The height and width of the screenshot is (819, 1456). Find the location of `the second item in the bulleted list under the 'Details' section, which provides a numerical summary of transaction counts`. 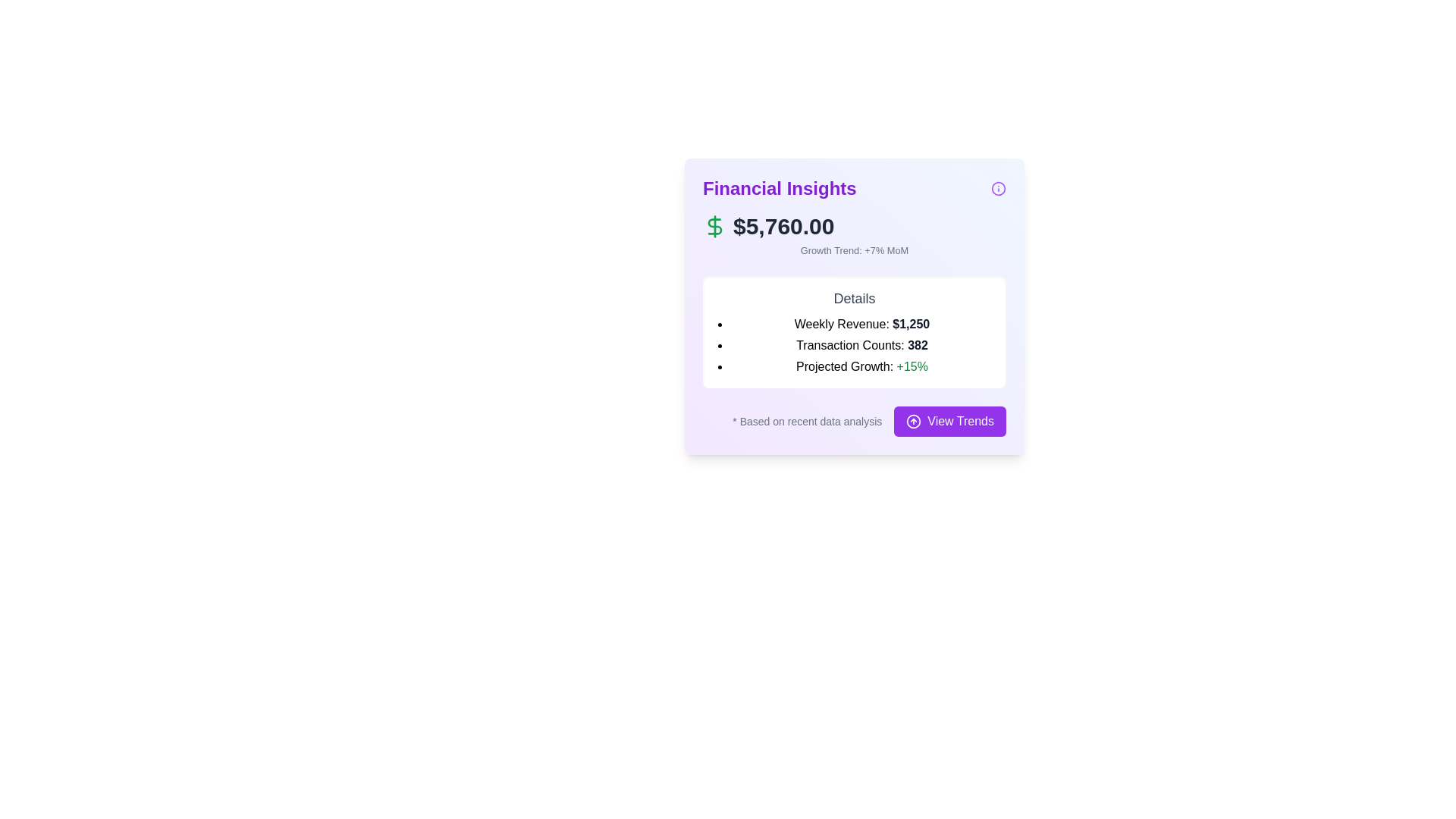

the second item in the bulleted list under the 'Details' section, which provides a numerical summary of transaction counts is located at coordinates (862, 345).